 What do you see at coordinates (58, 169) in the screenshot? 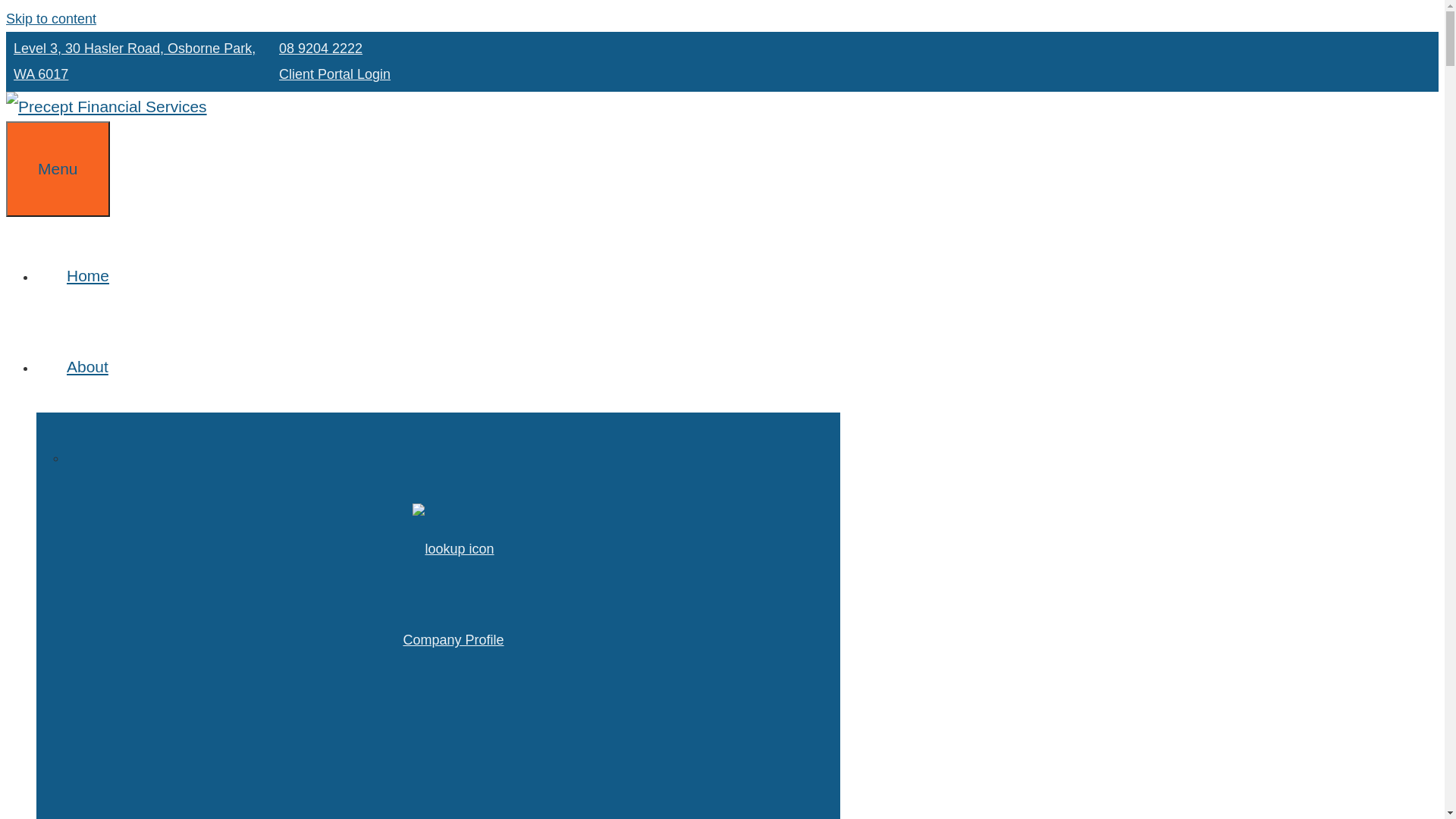
I see `'Menu'` at bounding box center [58, 169].